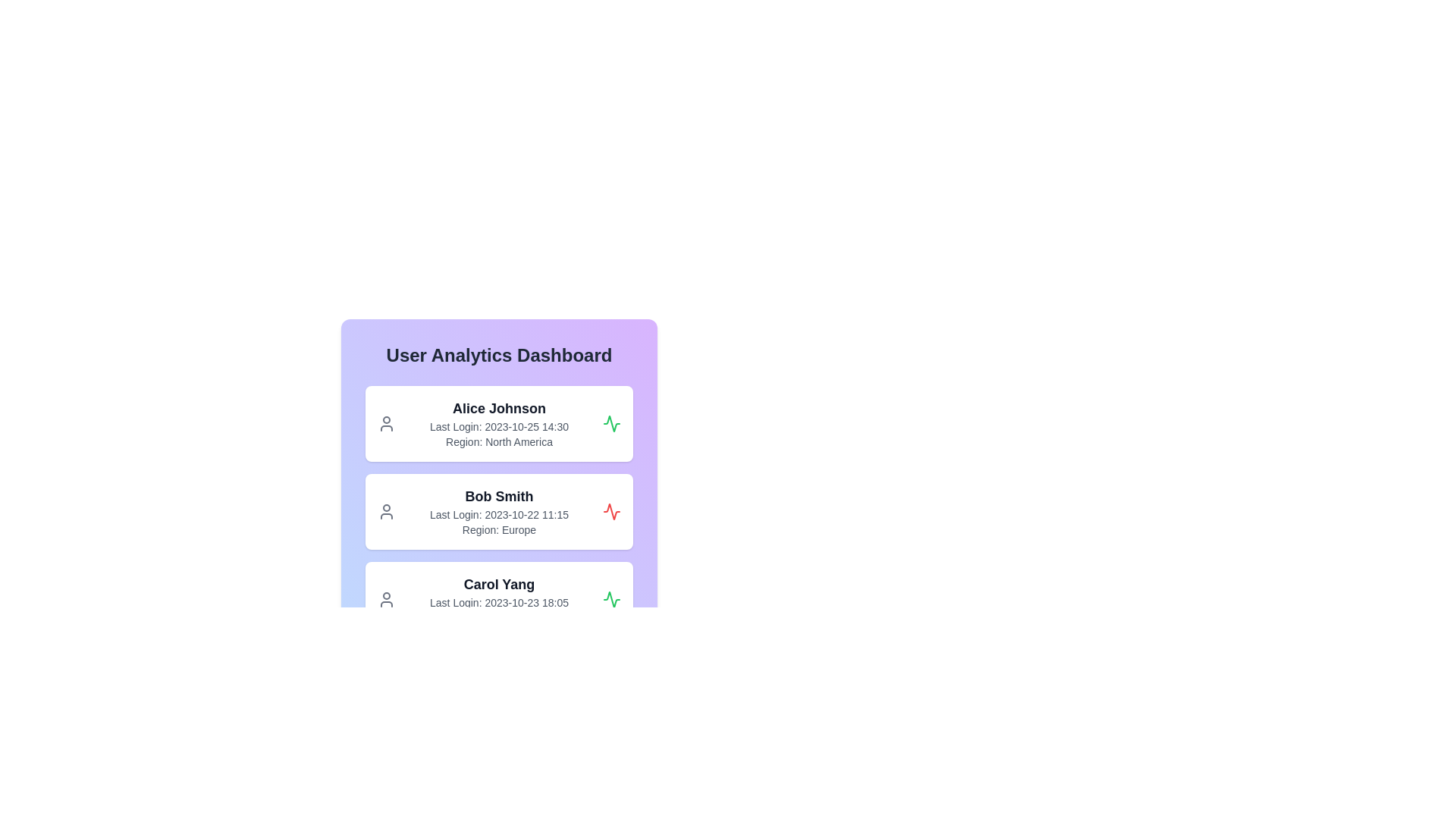 This screenshot has width=1456, height=819. What do you see at coordinates (611, 424) in the screenshot?
I see `the green pulse or activity graph icon located at the far right of the card for 'Alice Johnson', which aligns horizontally with the card's text` at bounding box center [611, 424].